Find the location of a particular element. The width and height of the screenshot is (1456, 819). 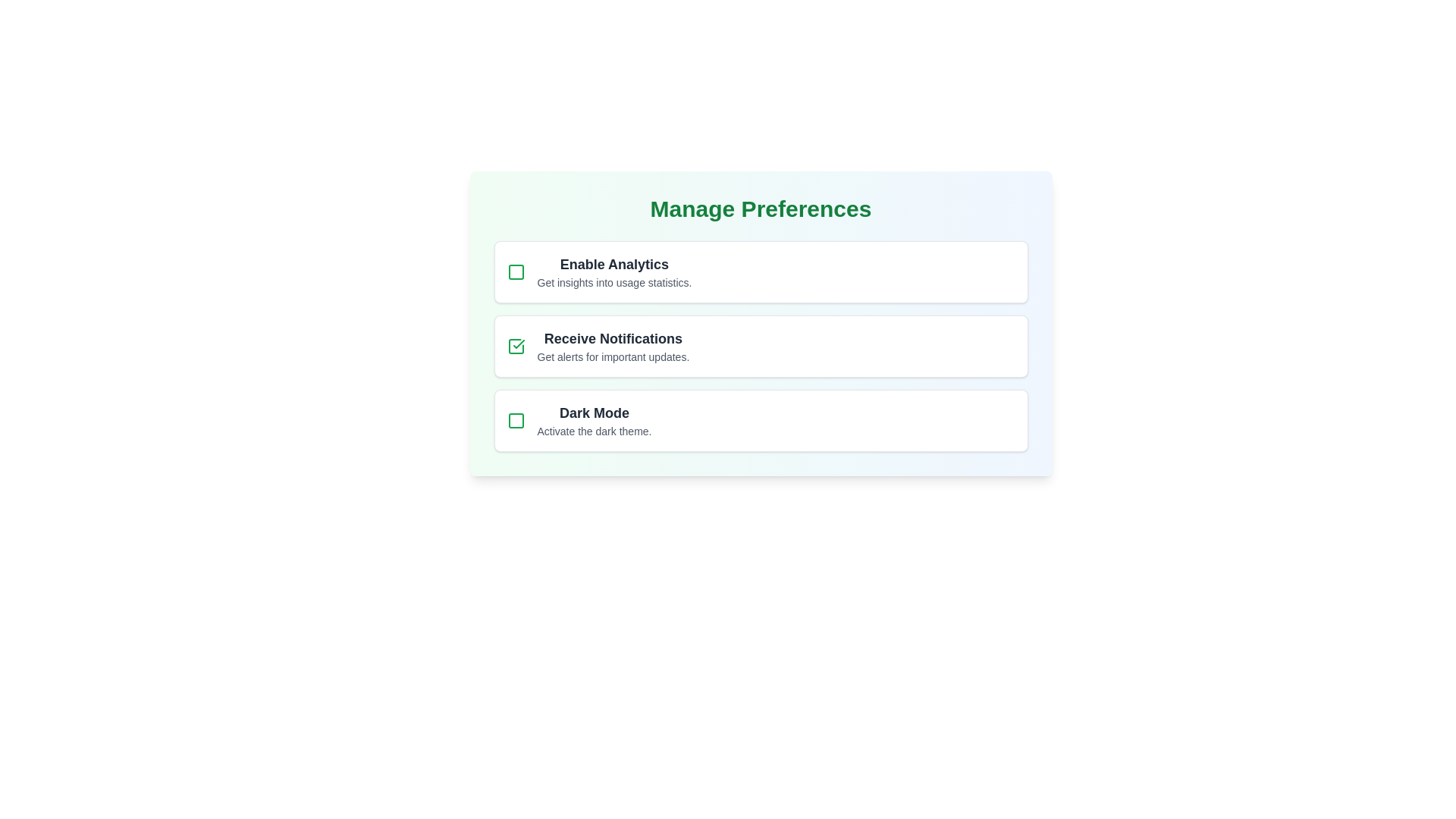

the bold text label reading 'Dark Mode', which is positioned above the description text 'Activate the dark theme.' and to the immediate right of an empty checkbox is located at coordinates (593, 413).